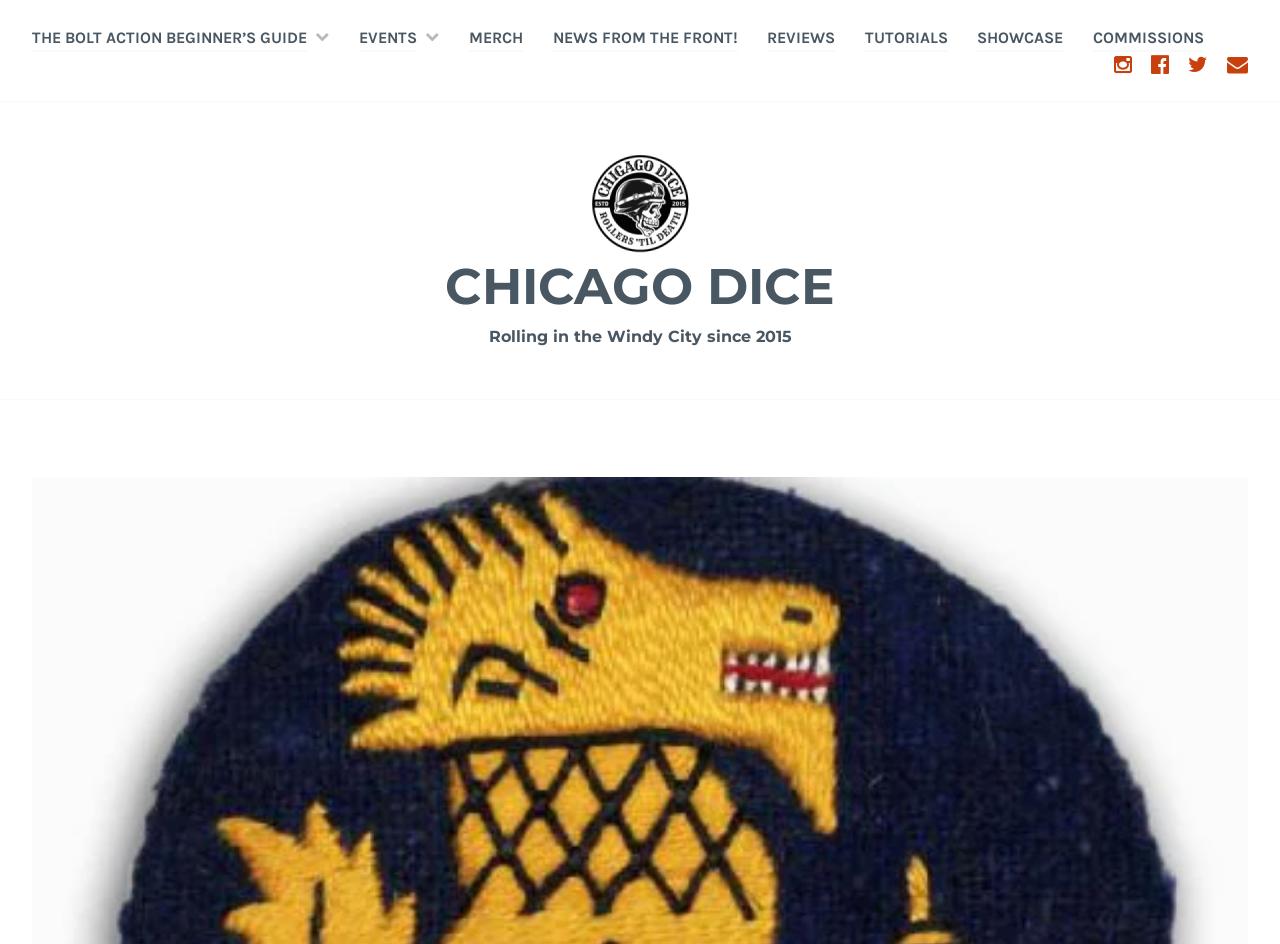  What do you see at coordinates (1020, 36) in the screenshot?
I see `'showcase'` at bounding box center [1020, 36].